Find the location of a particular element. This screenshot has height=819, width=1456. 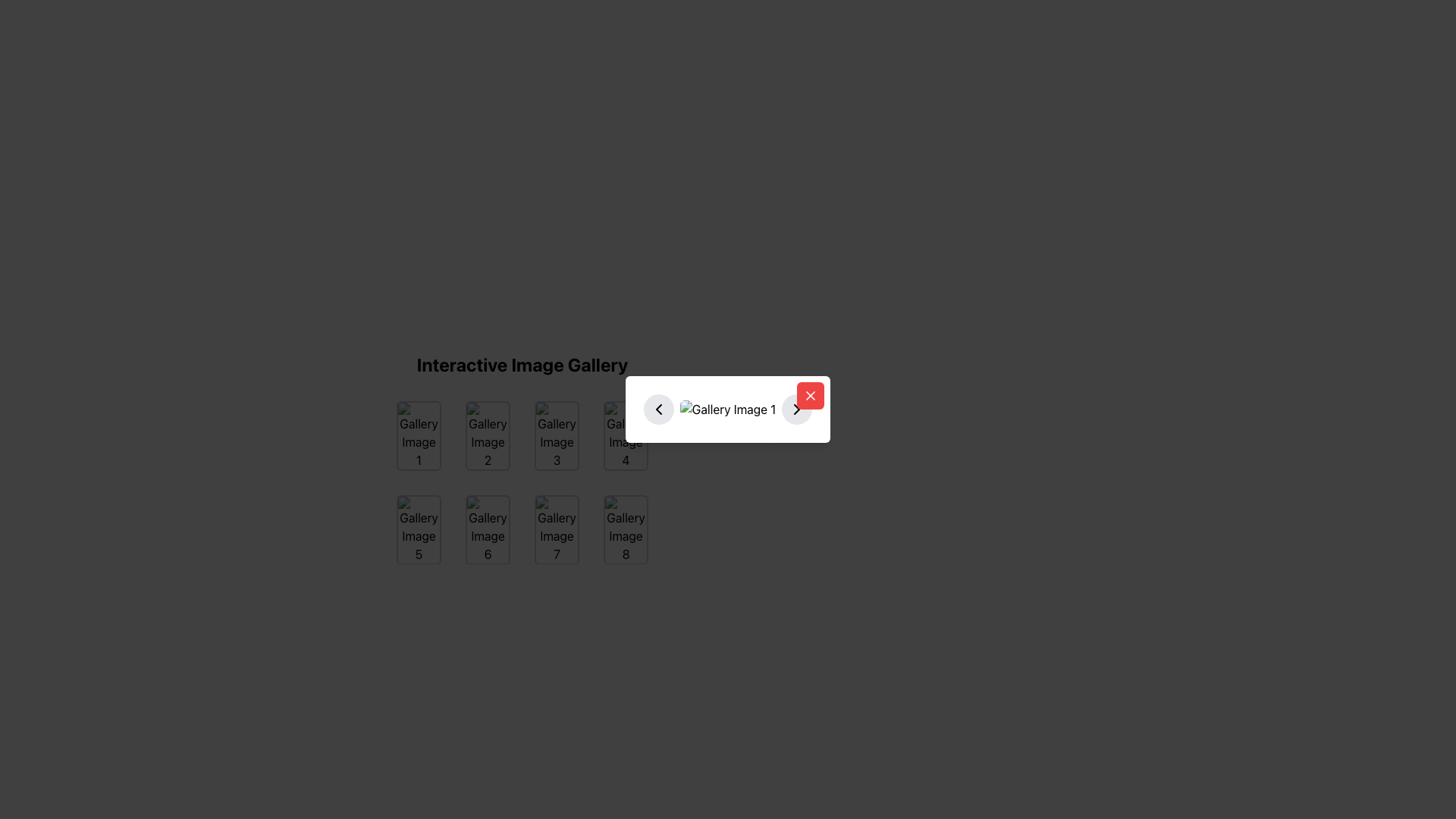

the zoom-in icon button, which is a circular magnifying glass with a plus symbol inside is located at coordinates (626, 435).